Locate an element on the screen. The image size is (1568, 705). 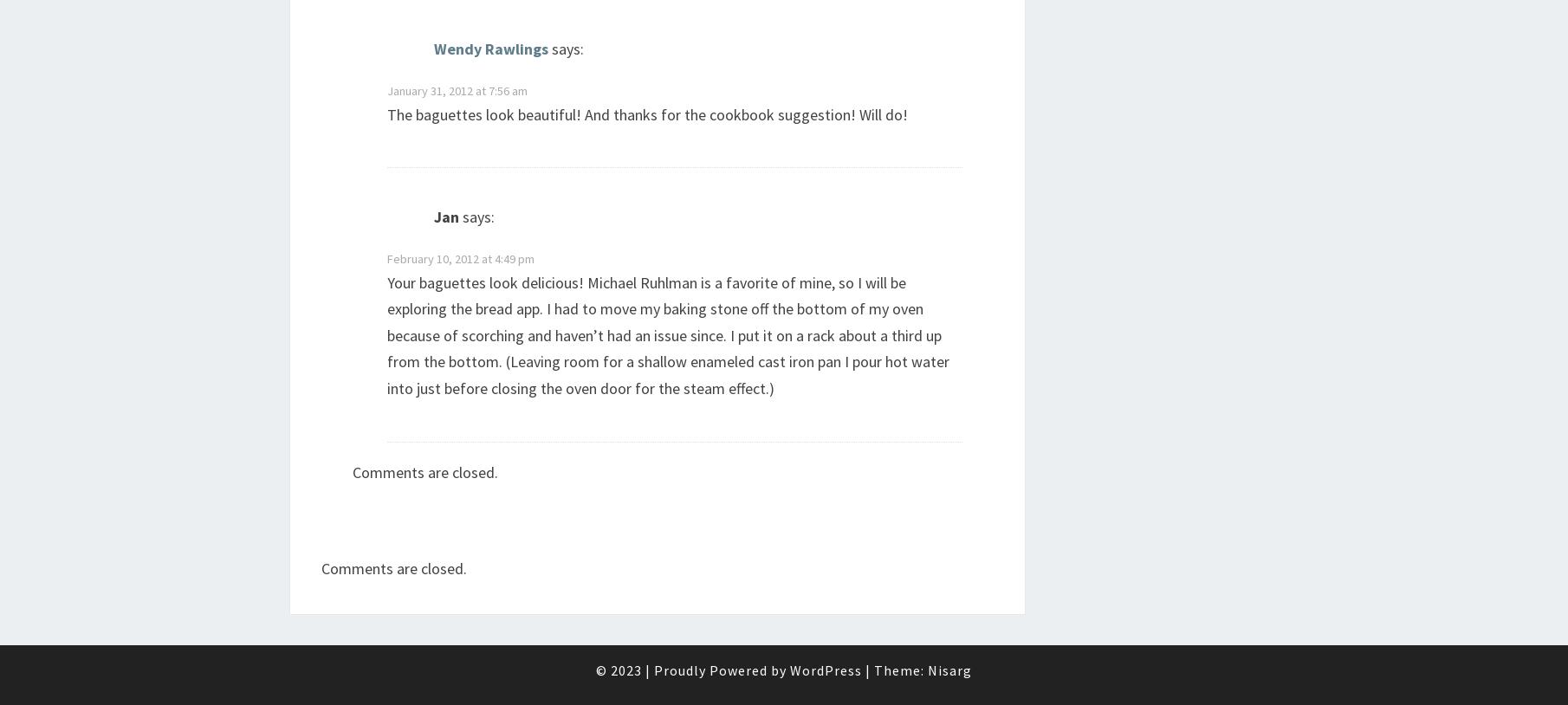
'Nisarg' is located at coordinates (949, 669).